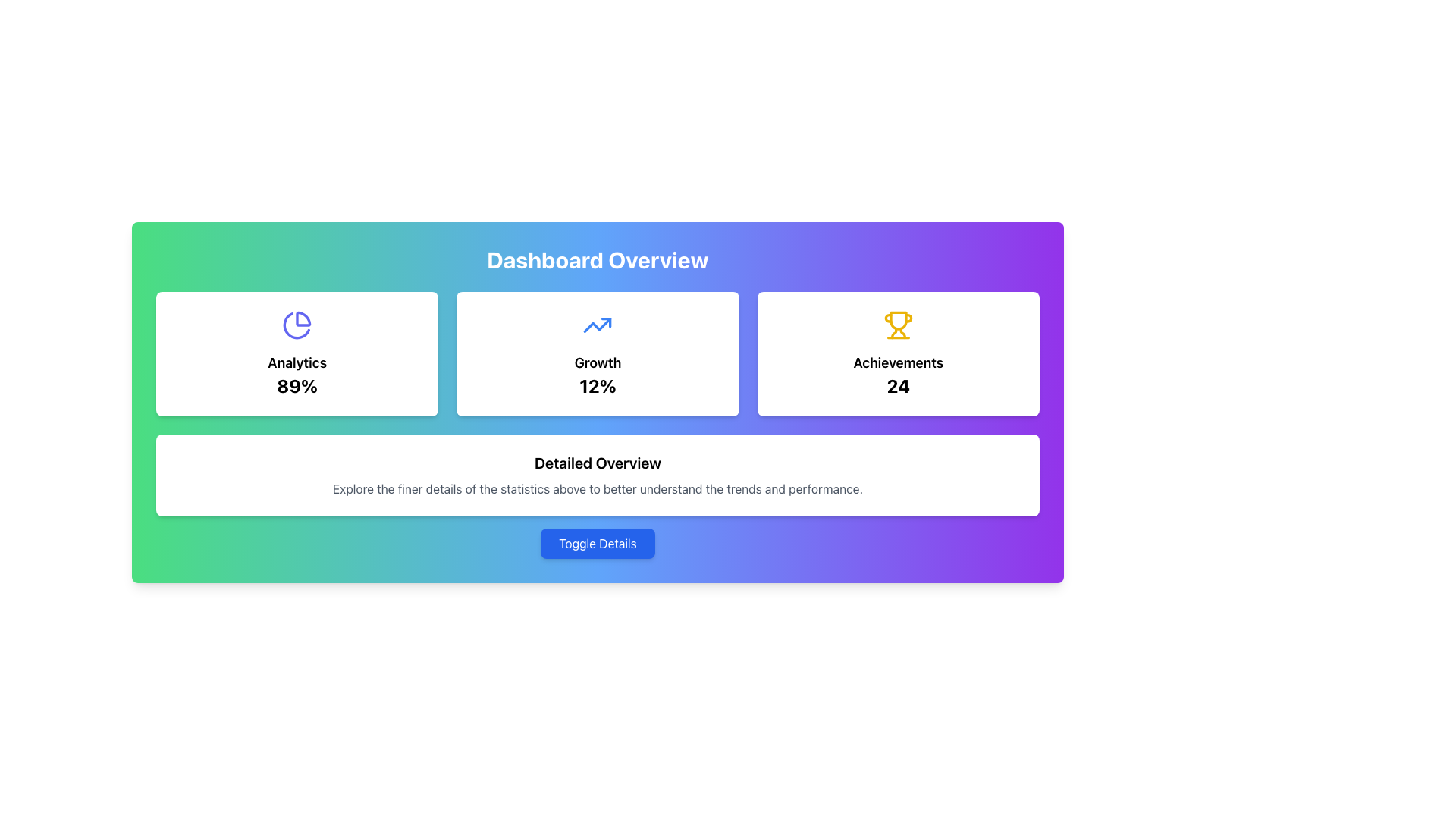 Image resolution: width=1456 pixels, height=819 pixels. Describe the element at coordinates (297, 385) in the screenshot. I see `the text display showing '89%' which is a prominent percentage indicator located beneath the 'Analytics' label in the leftmost white card` at that location.